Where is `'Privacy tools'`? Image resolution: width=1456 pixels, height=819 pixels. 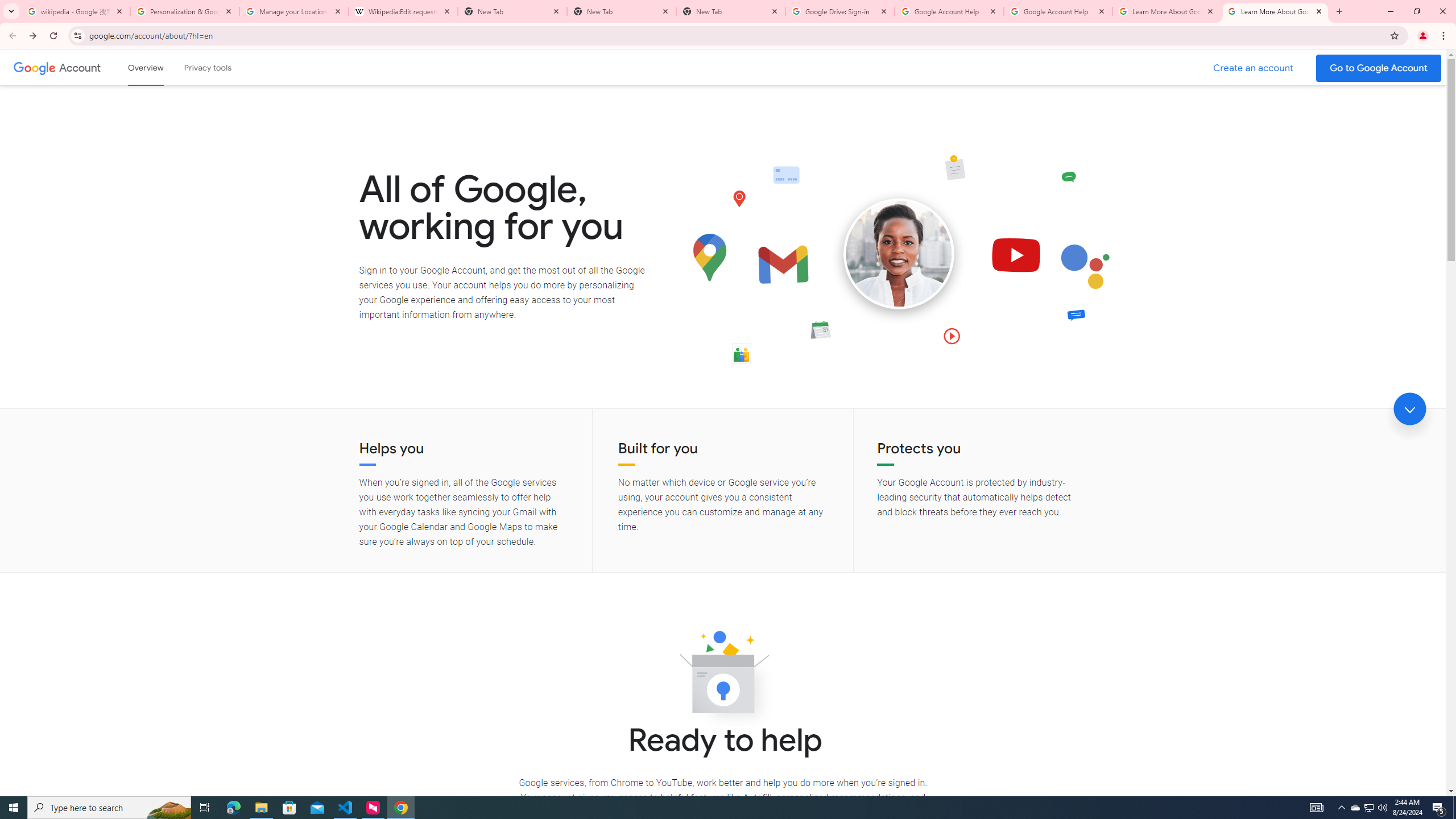
'Privacy tools' is located at coordinates (206, 67).